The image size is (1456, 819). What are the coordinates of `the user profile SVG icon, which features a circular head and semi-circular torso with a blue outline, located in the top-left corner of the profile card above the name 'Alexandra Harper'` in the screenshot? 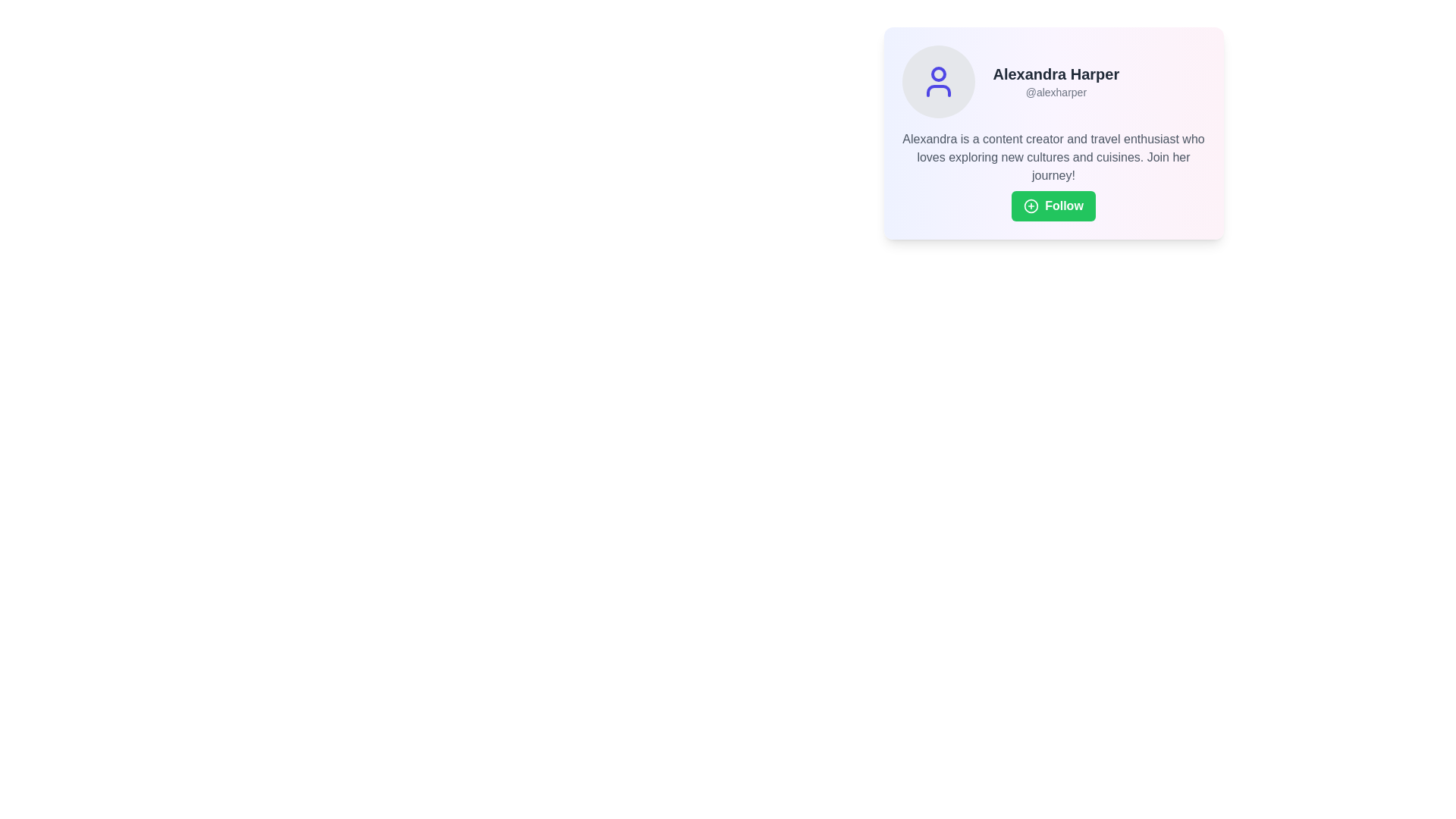 It's located at (937, 82).